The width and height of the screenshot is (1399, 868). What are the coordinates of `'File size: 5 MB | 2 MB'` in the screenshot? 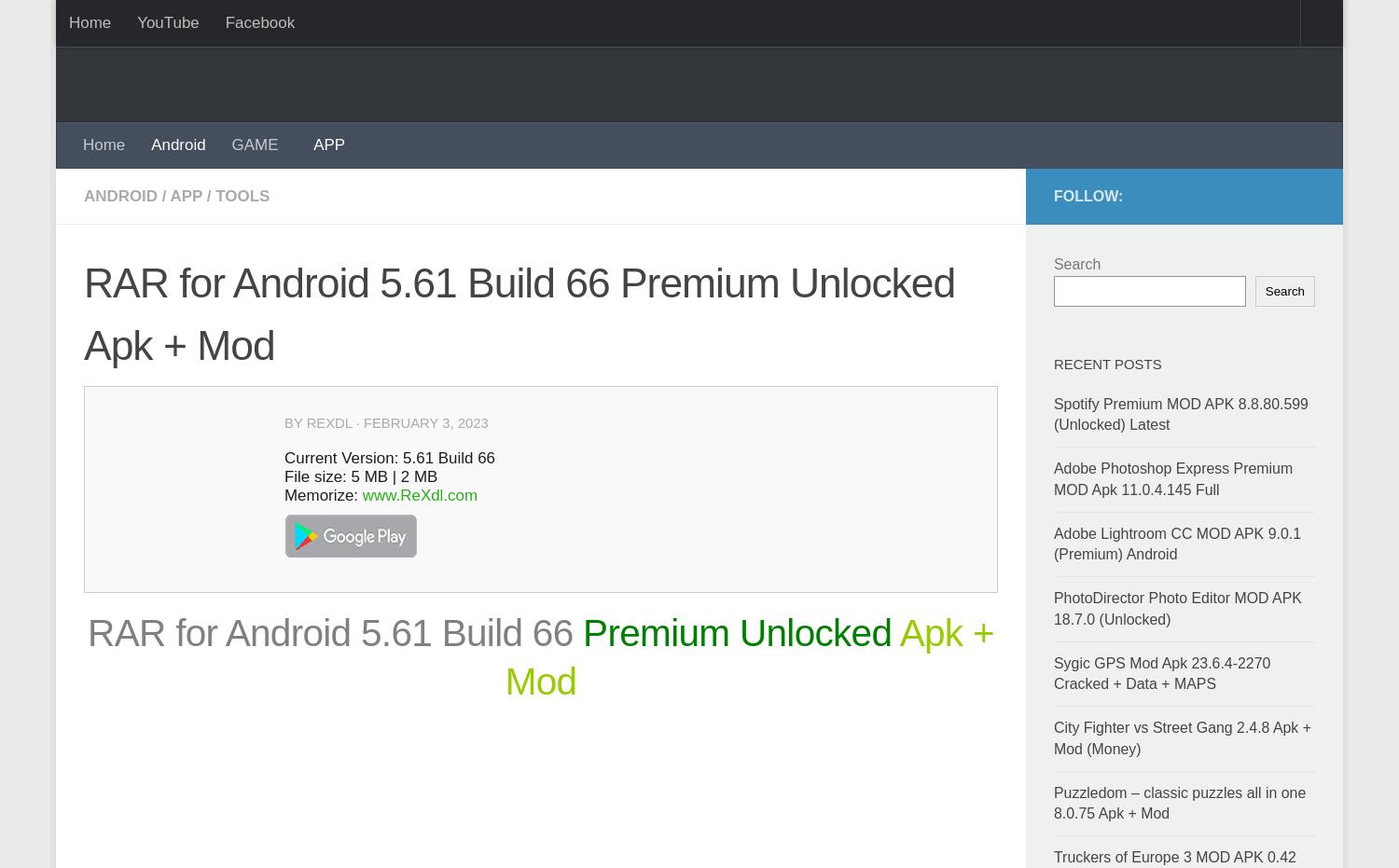 It's located at (361, 475).